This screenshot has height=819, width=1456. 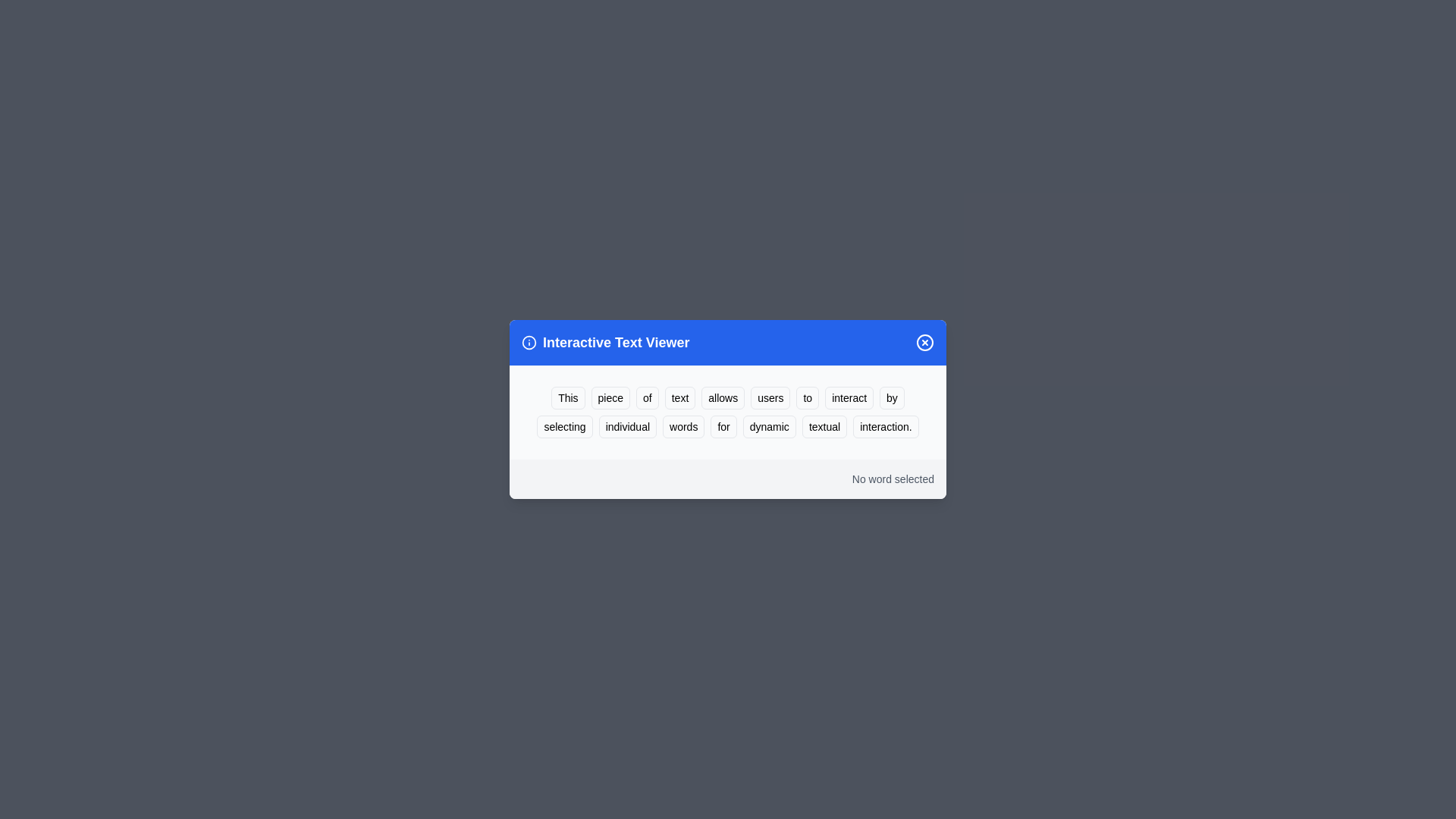 I want to click on the word 'textual' to highlight it, so click(x=824, y=427).